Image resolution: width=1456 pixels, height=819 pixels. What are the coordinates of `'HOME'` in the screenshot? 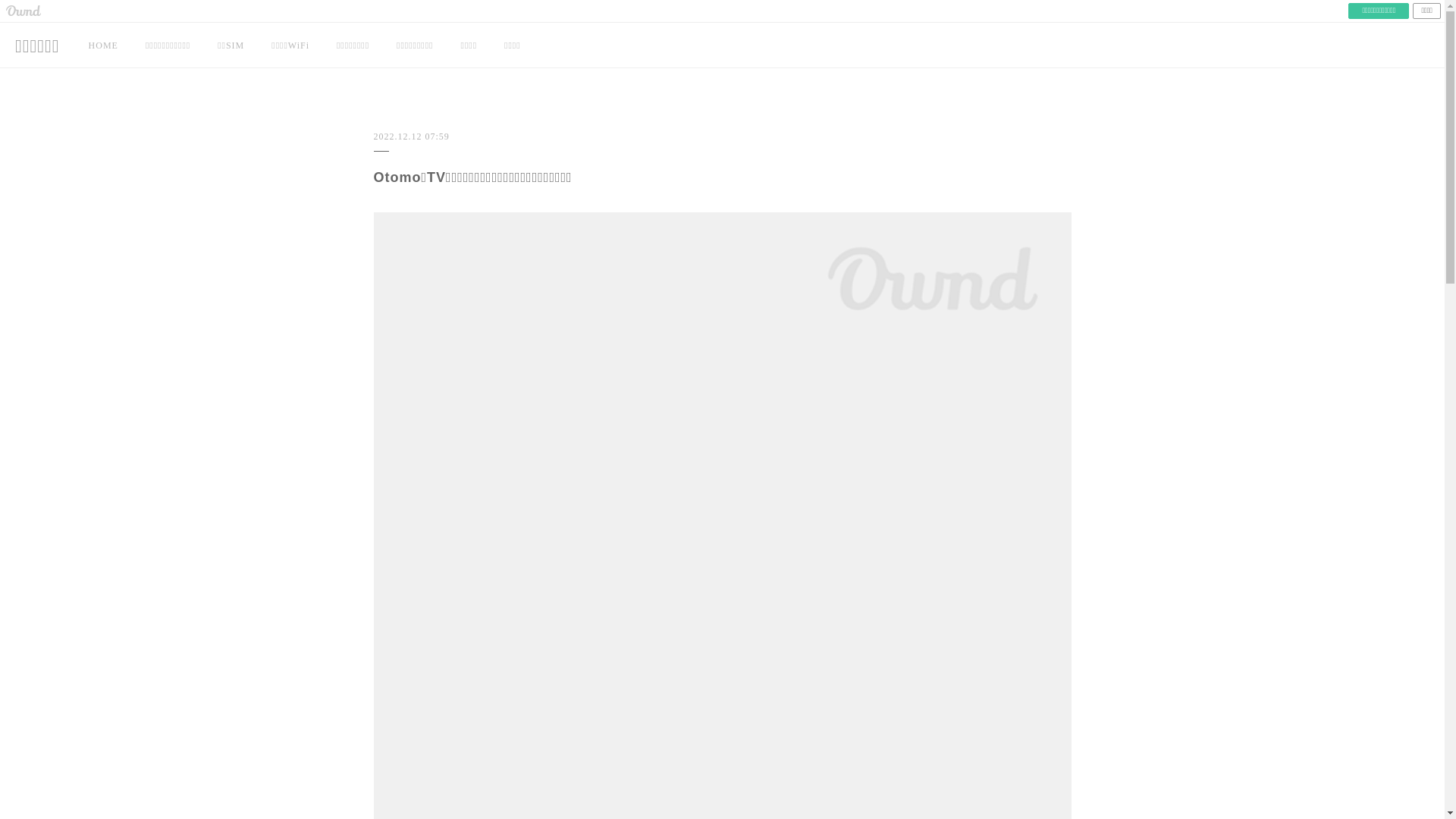 It's located at (102, 45).